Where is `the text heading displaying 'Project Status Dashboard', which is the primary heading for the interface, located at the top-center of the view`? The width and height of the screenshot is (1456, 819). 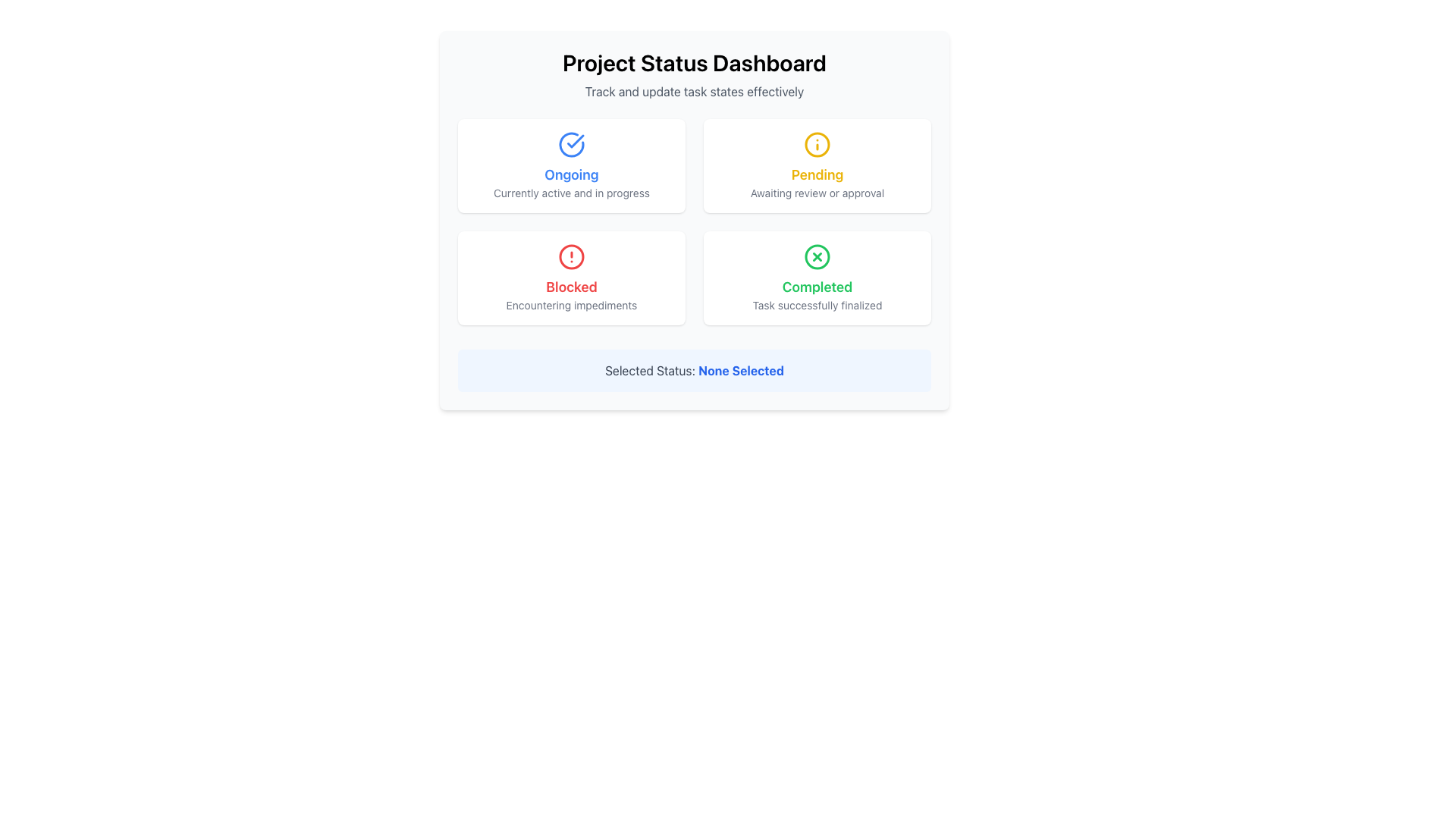 the text heading displaying 'Project Status Dashboard', which is the primary heading for the interface, located at the top-center of the view is located at coordinates (694, 62).